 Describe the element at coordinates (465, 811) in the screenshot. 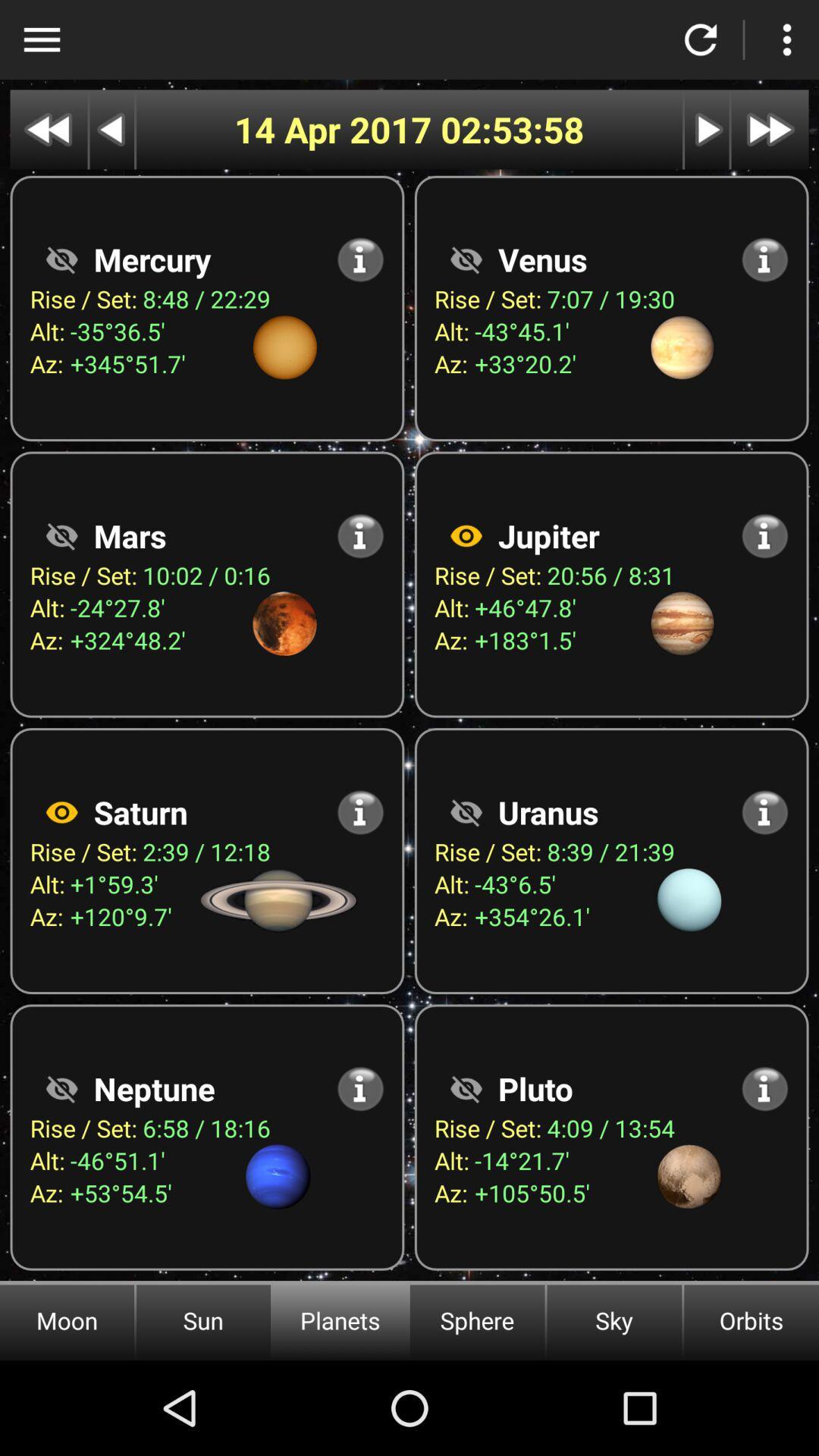

I see `visibility` at that location.